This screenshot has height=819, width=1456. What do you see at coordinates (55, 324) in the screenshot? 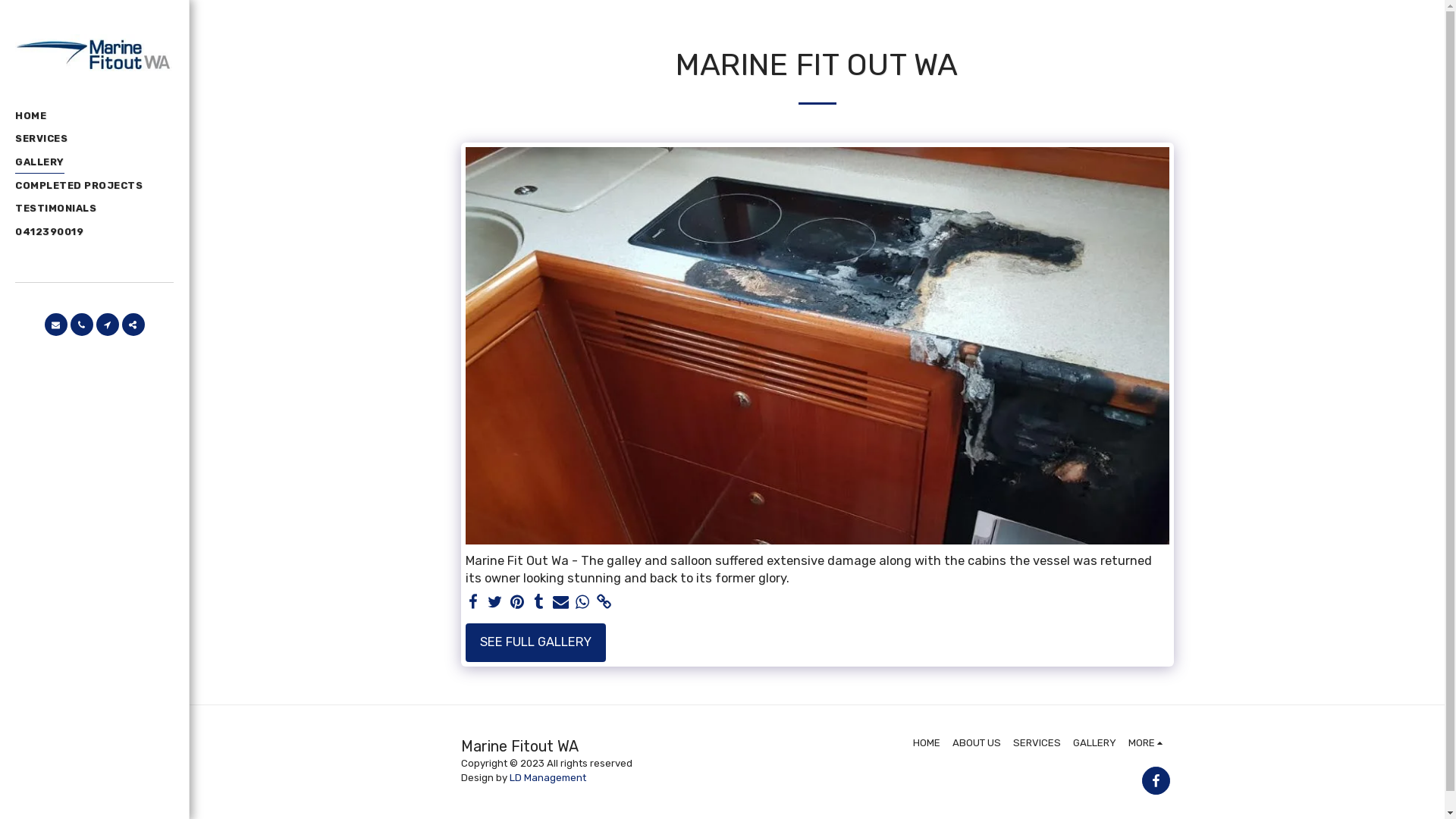
I see `' '` at bounding box center [55, 324].